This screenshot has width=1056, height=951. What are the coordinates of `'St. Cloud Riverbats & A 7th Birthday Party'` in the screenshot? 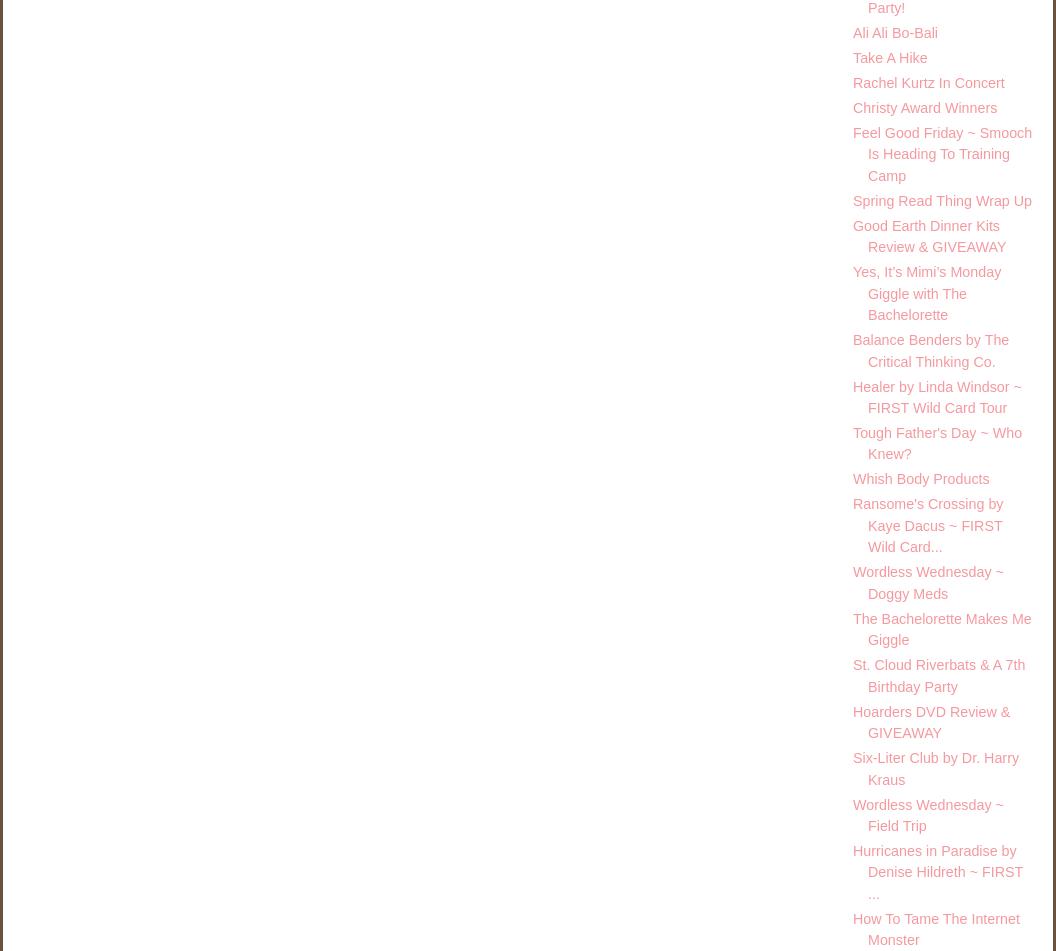 It's located at (938, 674).